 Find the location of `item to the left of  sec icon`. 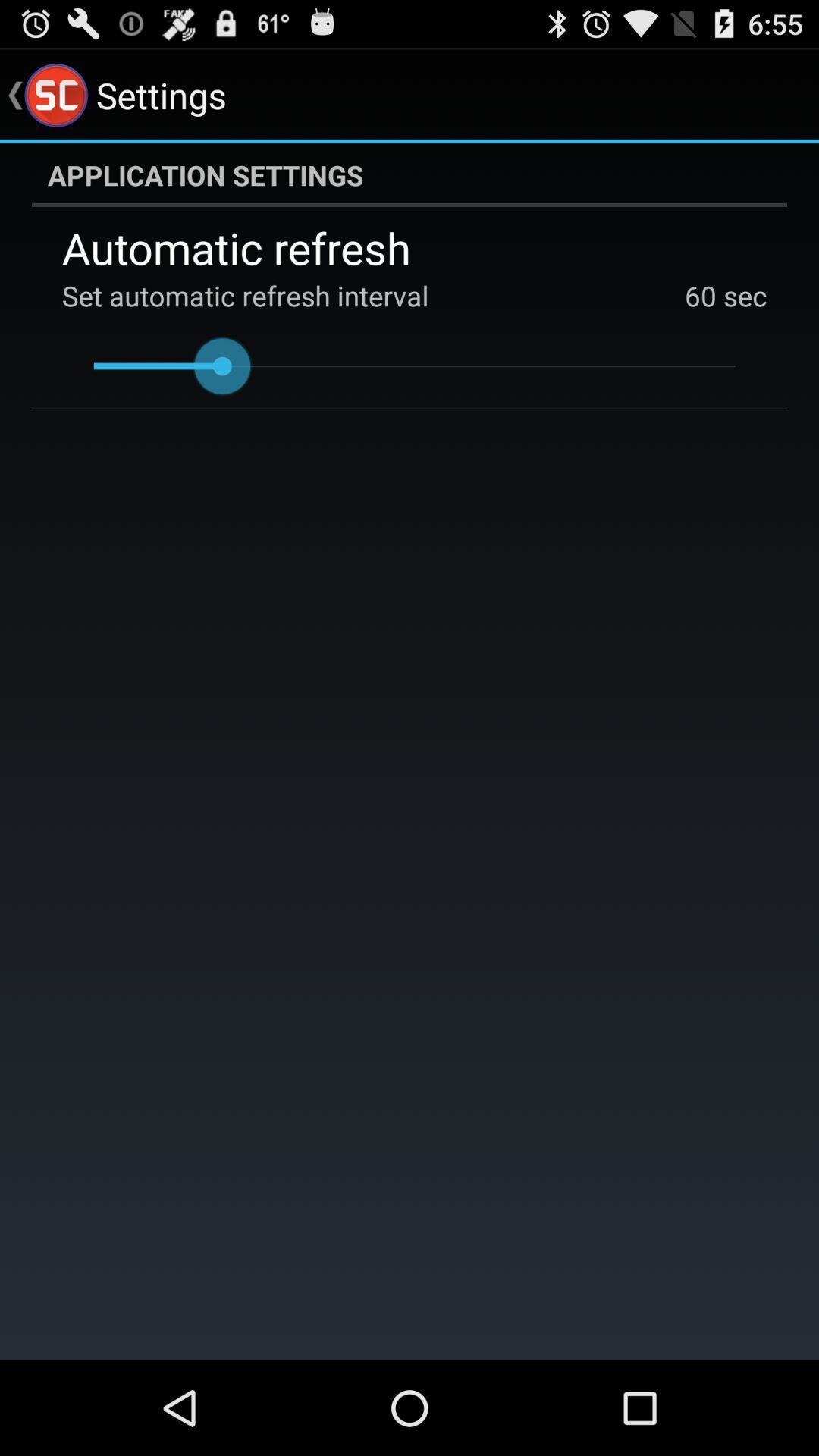

item to the left of  sec icon is located at coordinates (701, 295).